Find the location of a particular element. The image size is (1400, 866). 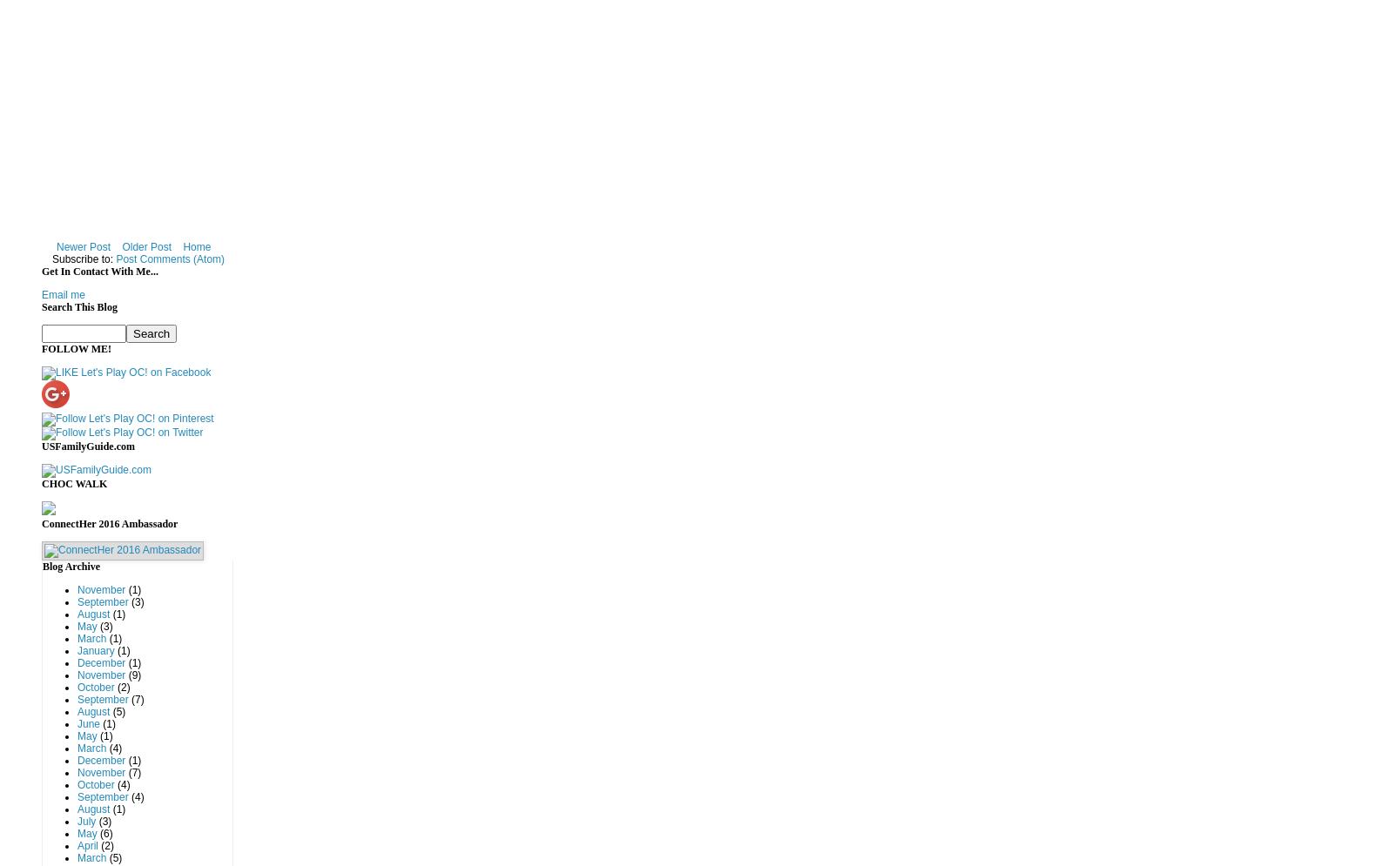

'Blog Archive' is located at coordinates (71, 567).